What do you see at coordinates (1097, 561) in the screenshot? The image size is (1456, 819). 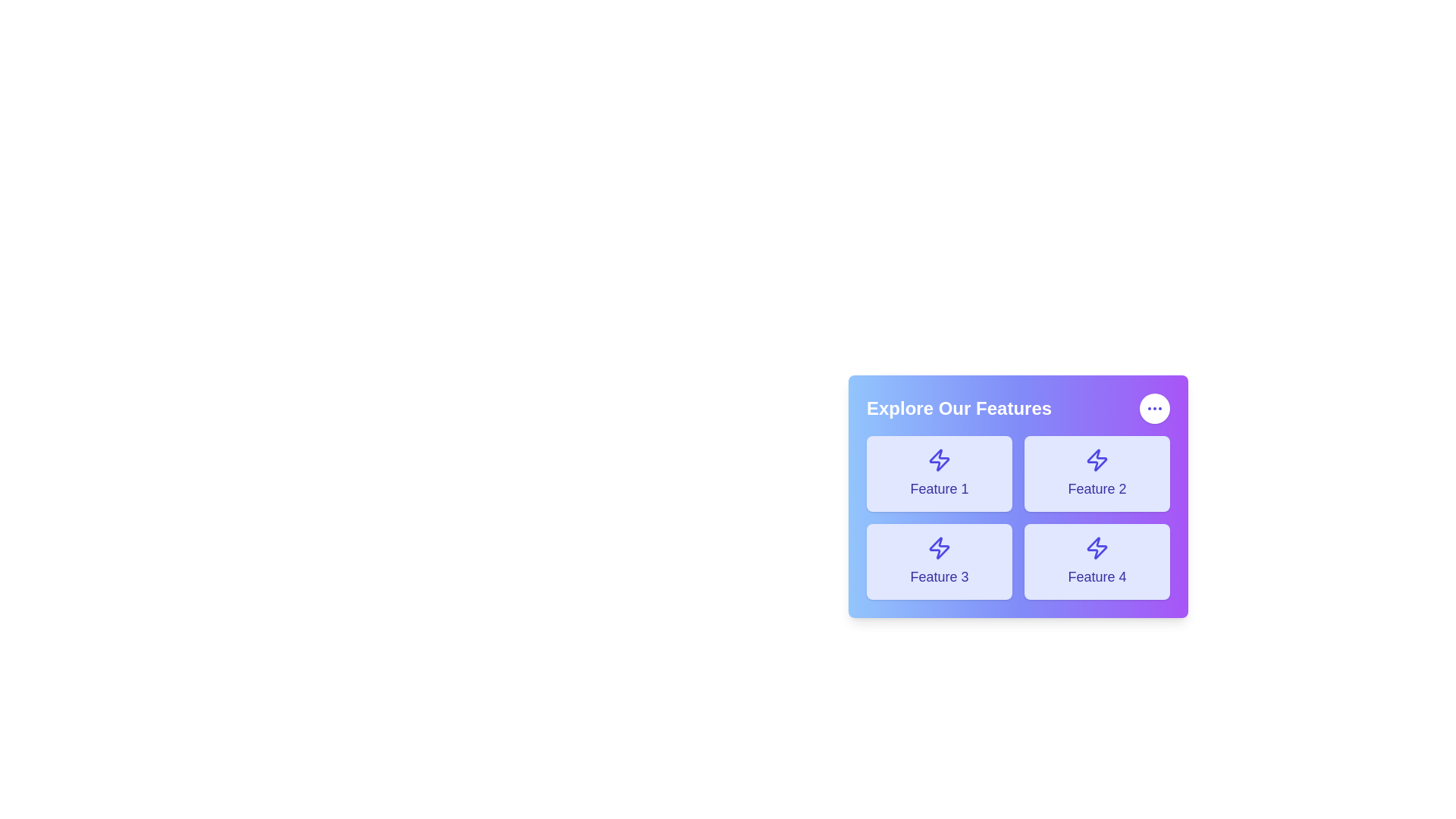 I see `the button styled with a light indigo background containing a lightning bolt icon and the text 'Feature 4'` at bounding box center [1097, 561].